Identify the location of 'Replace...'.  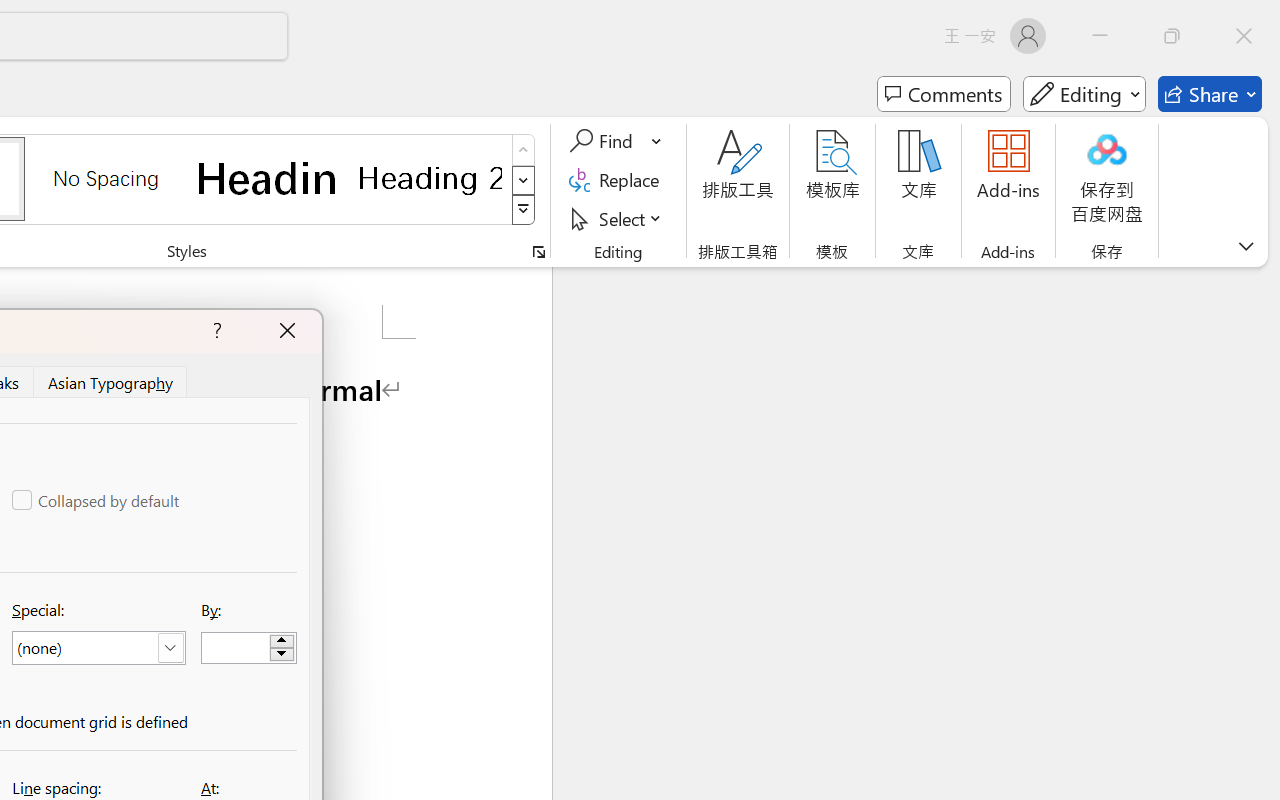
(616, 179).